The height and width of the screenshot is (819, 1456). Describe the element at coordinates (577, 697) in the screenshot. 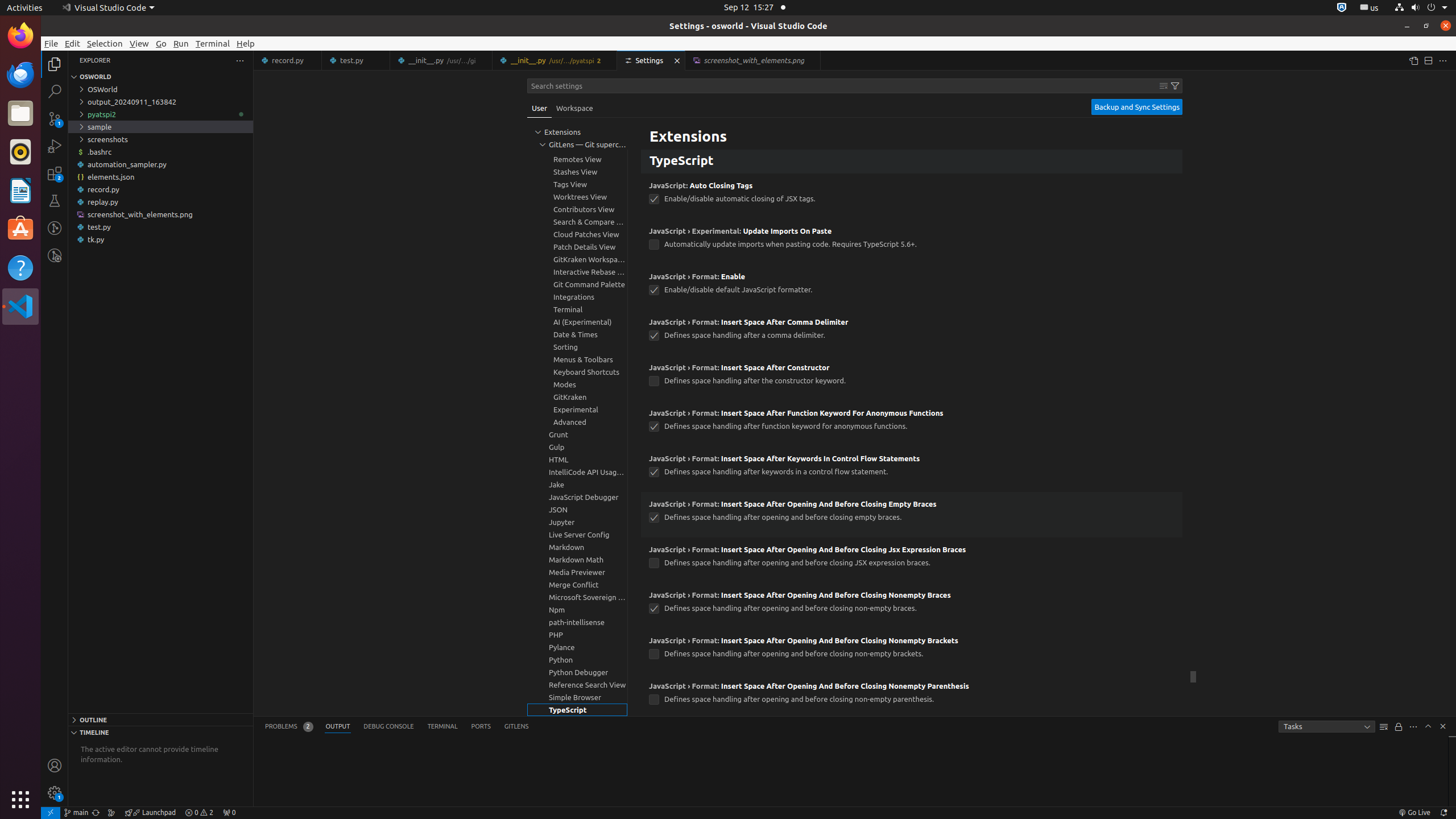

I see `'Simple Browser, group'` at that location.